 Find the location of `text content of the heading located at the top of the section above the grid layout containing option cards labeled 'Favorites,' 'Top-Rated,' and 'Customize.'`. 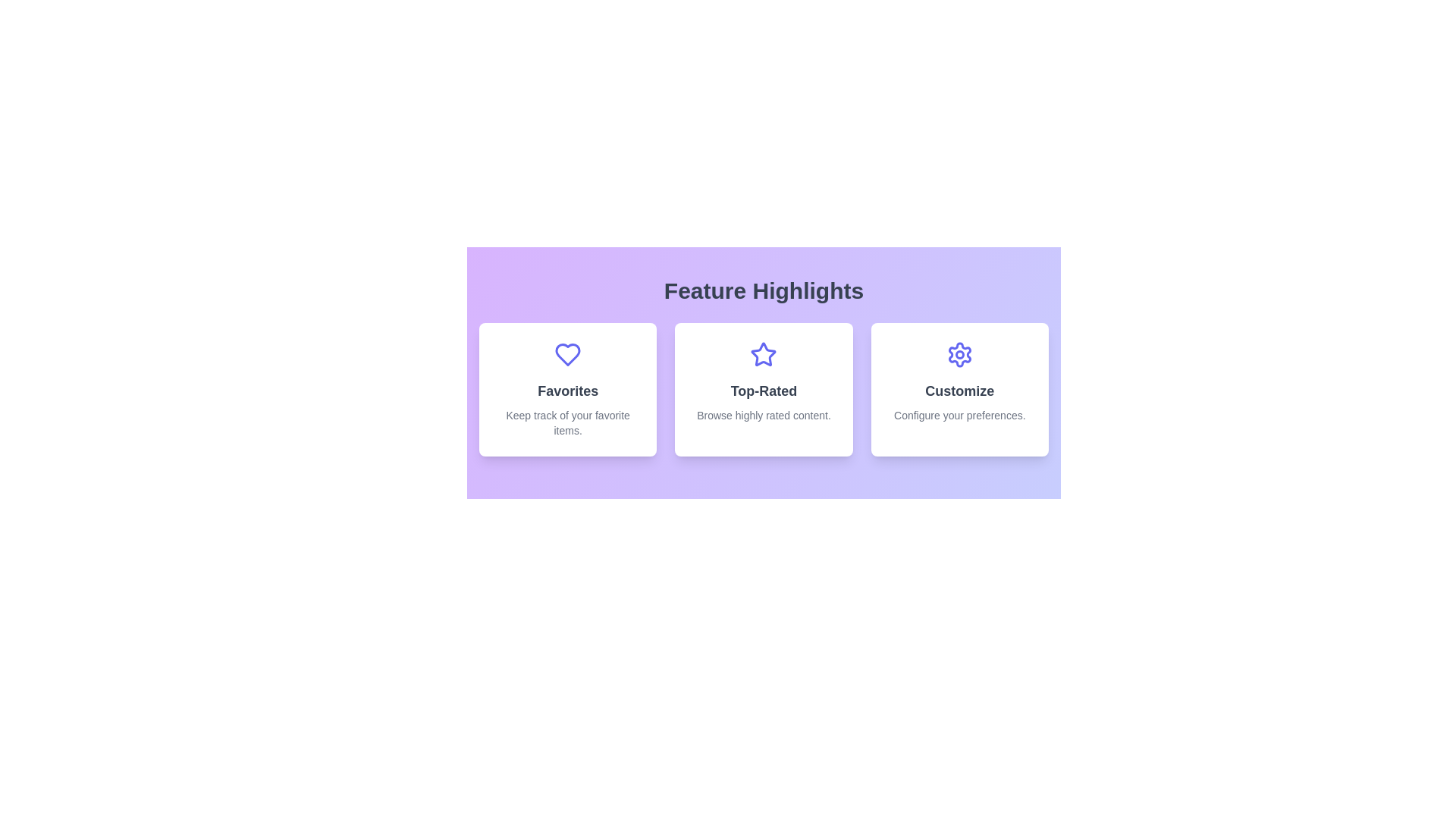

text content of the heading located at the top of the section above the grid layout containing option cards labeled 'Favorites,' 'Top-Rated,' and 'Customize.' is located at coordinates (764, 291).